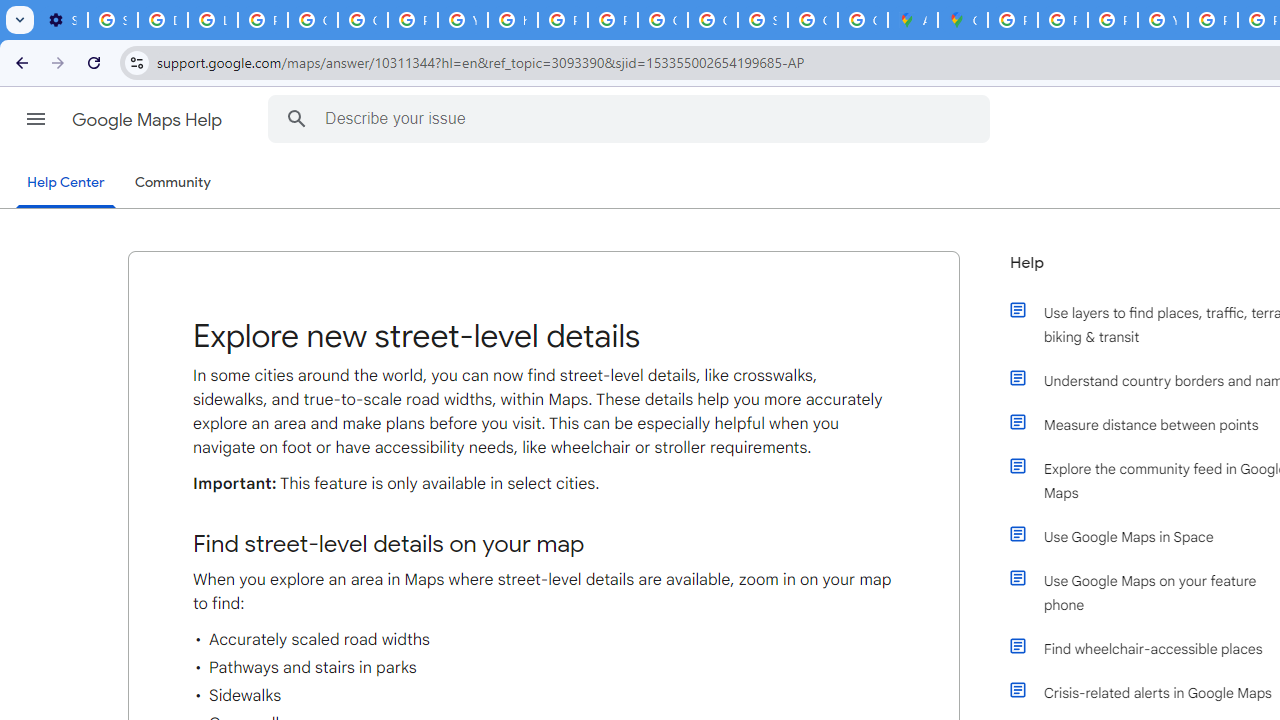 The width and height of the screenshot is (1280, 720). What do you see at coordinates (62, 20) in the screenshot?
I see `'Settings - On startup'` at bounding box center [62, 20].